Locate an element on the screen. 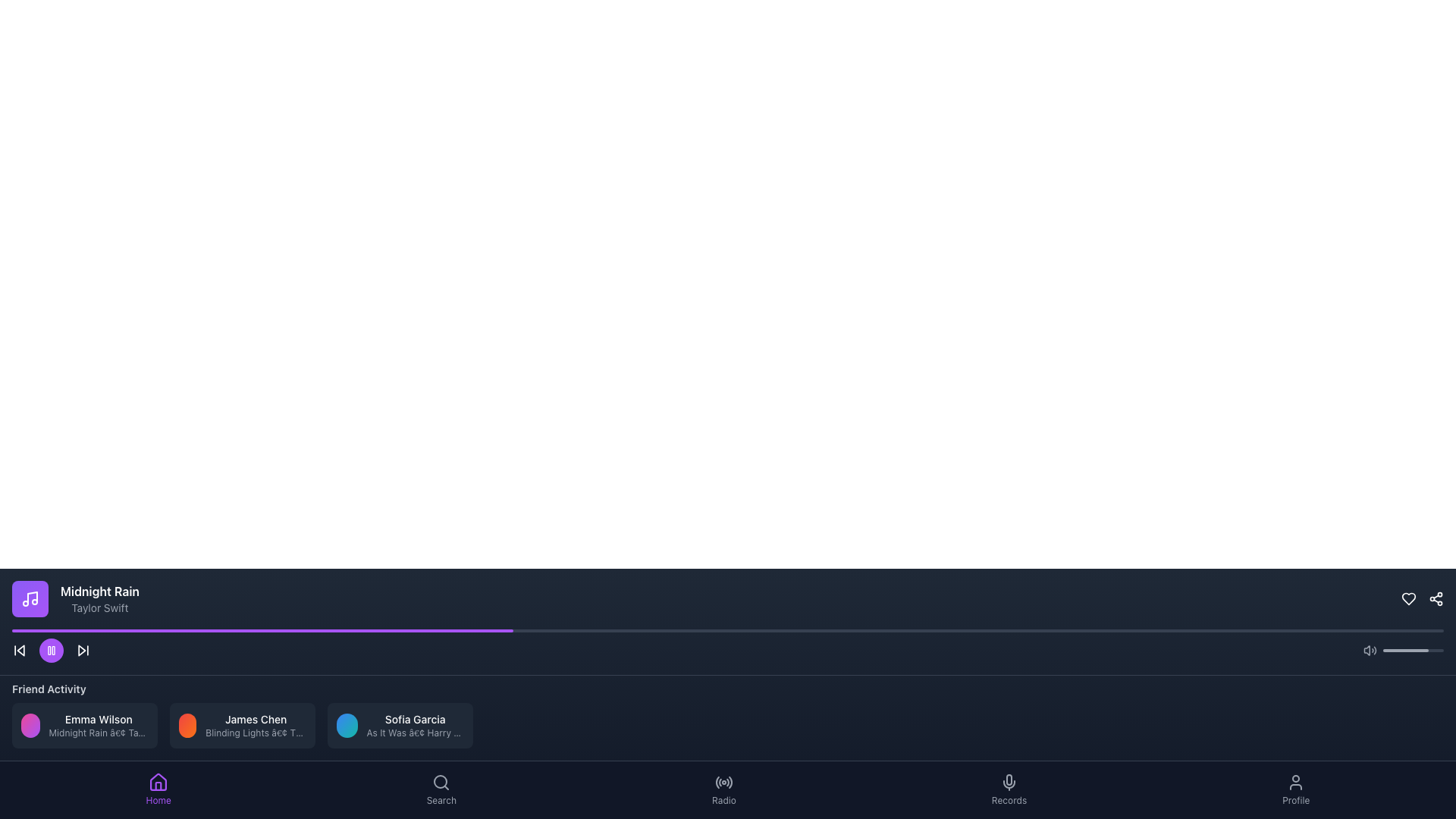  the 'Profile' label, which is styled with a dark gray to purple color transition when hovered, located at the bottom-right corner of the interface below the user icon is located at coordinates (1295, 800).